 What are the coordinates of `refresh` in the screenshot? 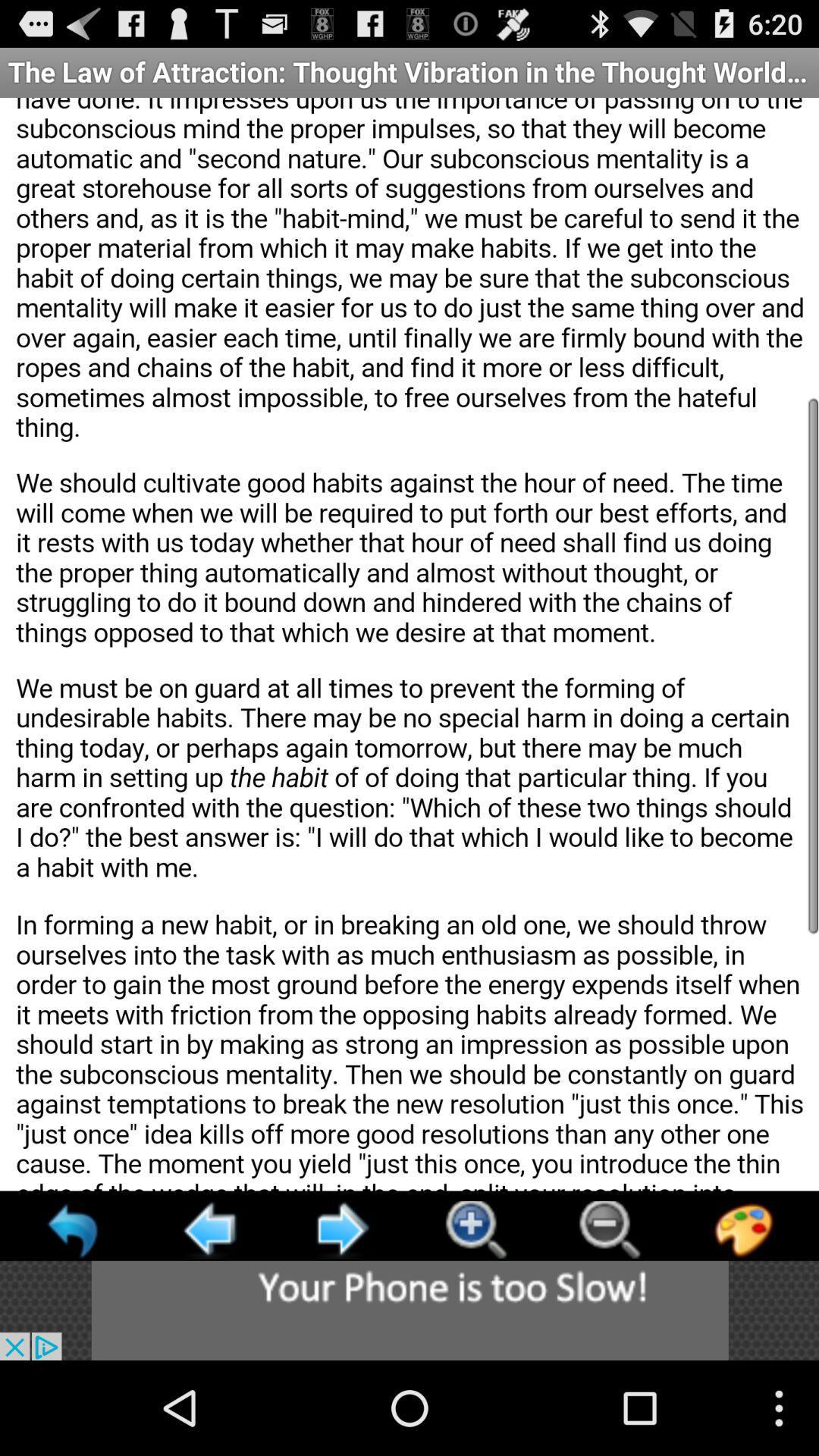 It's located at (74, 1229).